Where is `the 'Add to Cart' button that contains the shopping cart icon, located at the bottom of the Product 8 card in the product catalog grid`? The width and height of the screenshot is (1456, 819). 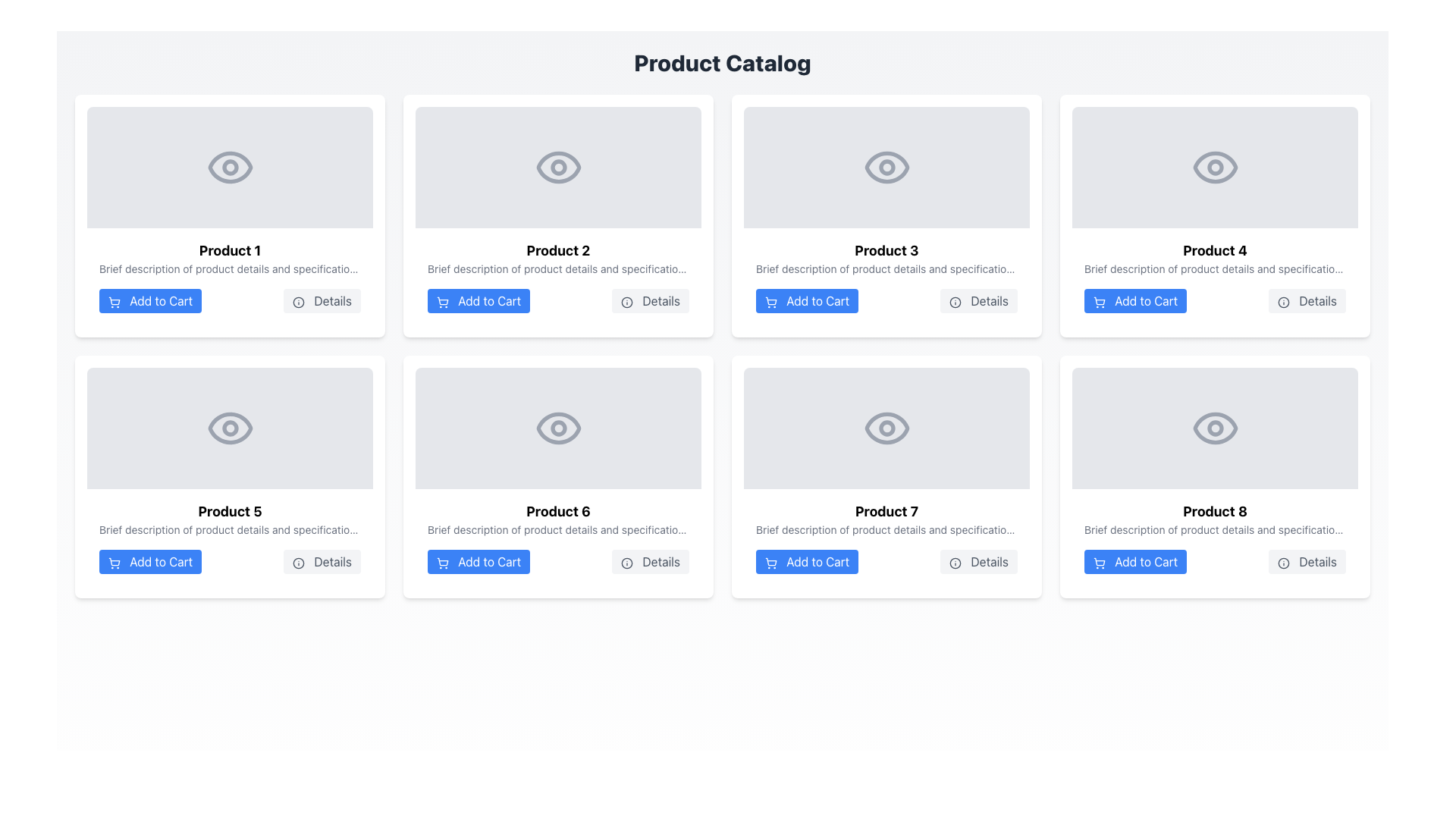 the 'Add to Cart' button that contains the shopping cart icon, located at the bottom of the Product 8 card in the product catalog grid is located at coordinates (1099, 562).